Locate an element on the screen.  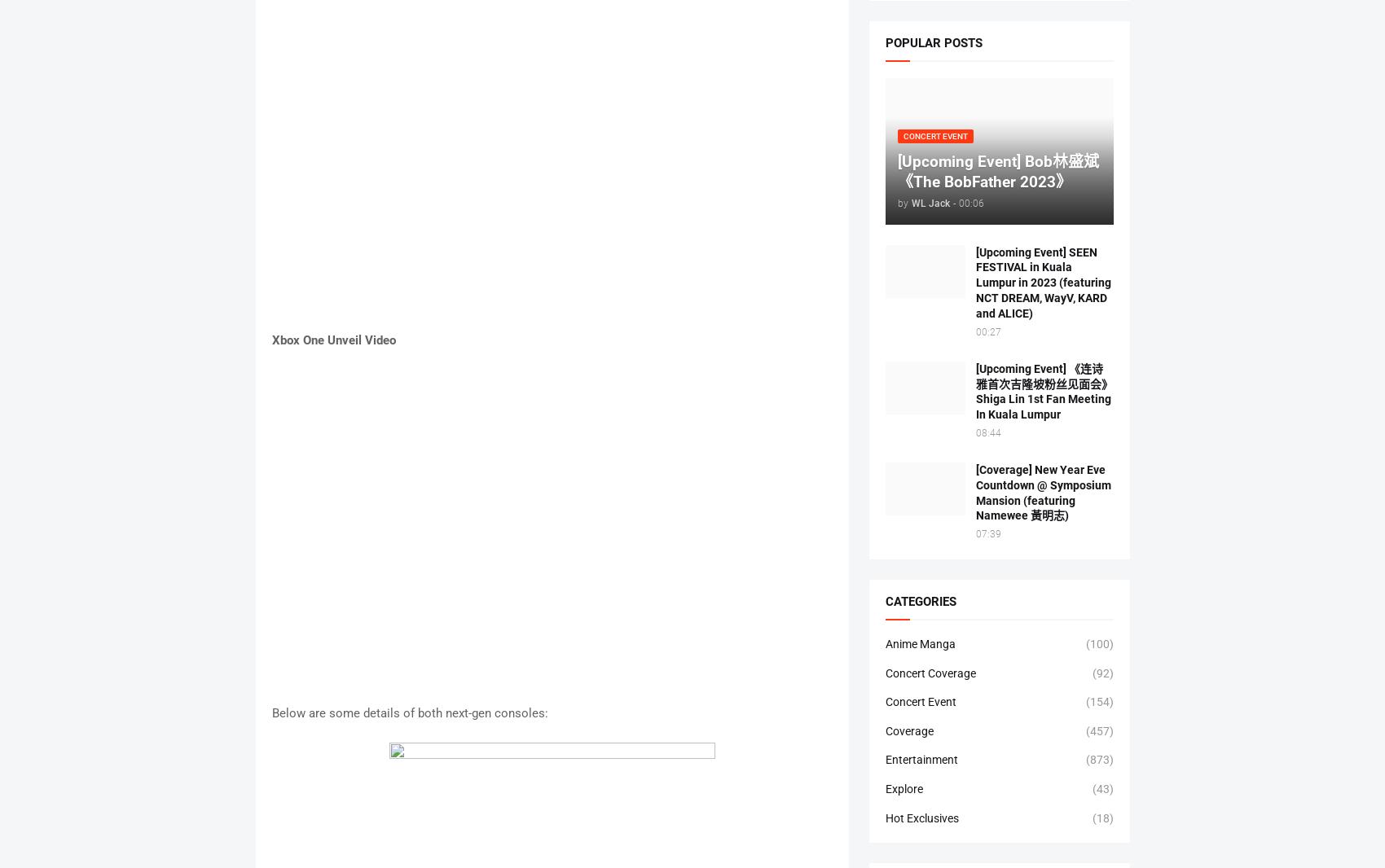
'by' is located at coordinates (896, 202).